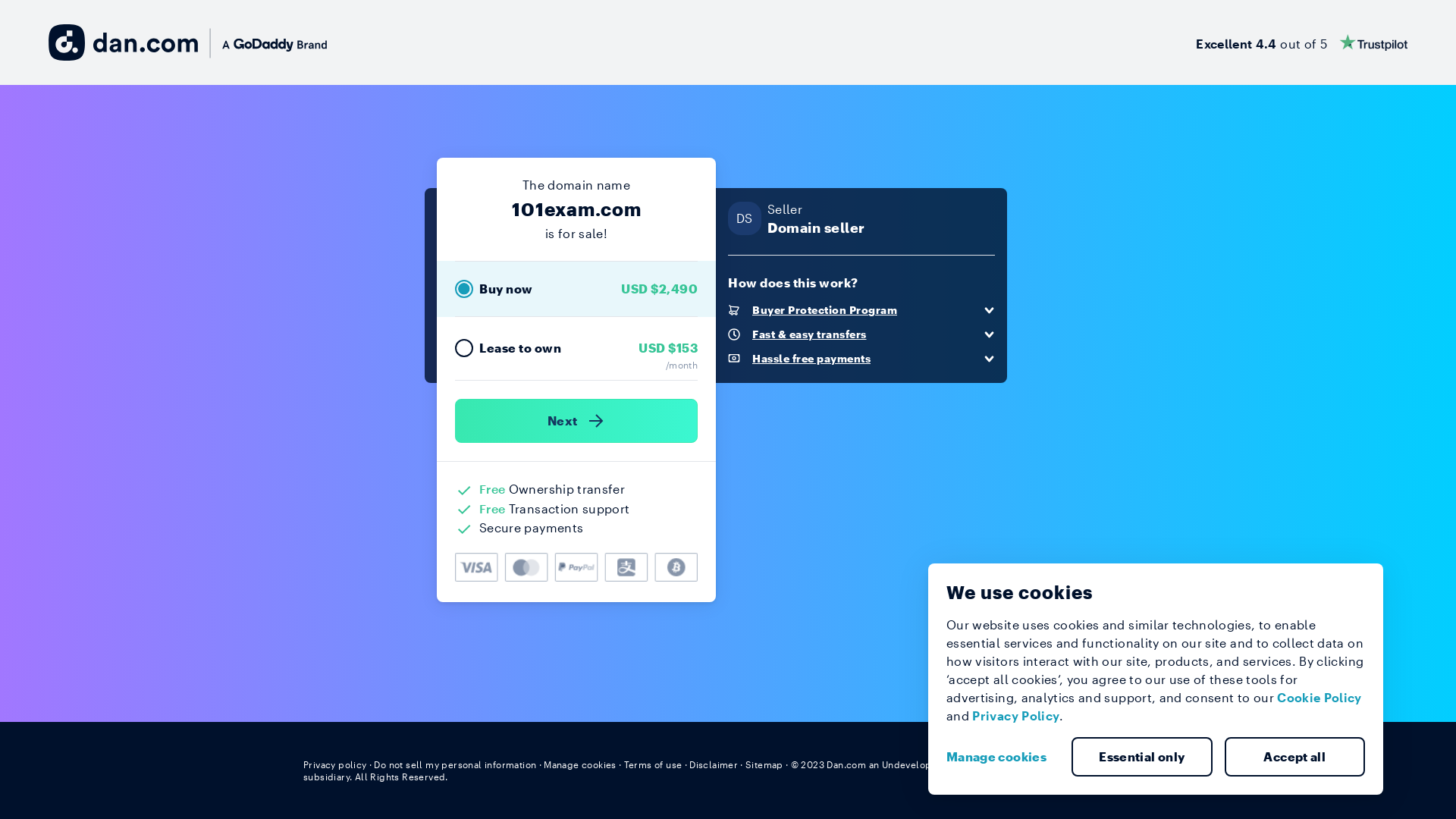 The image size is (1456, 819). I want to click on 'Essential only', so click(1142, 757).